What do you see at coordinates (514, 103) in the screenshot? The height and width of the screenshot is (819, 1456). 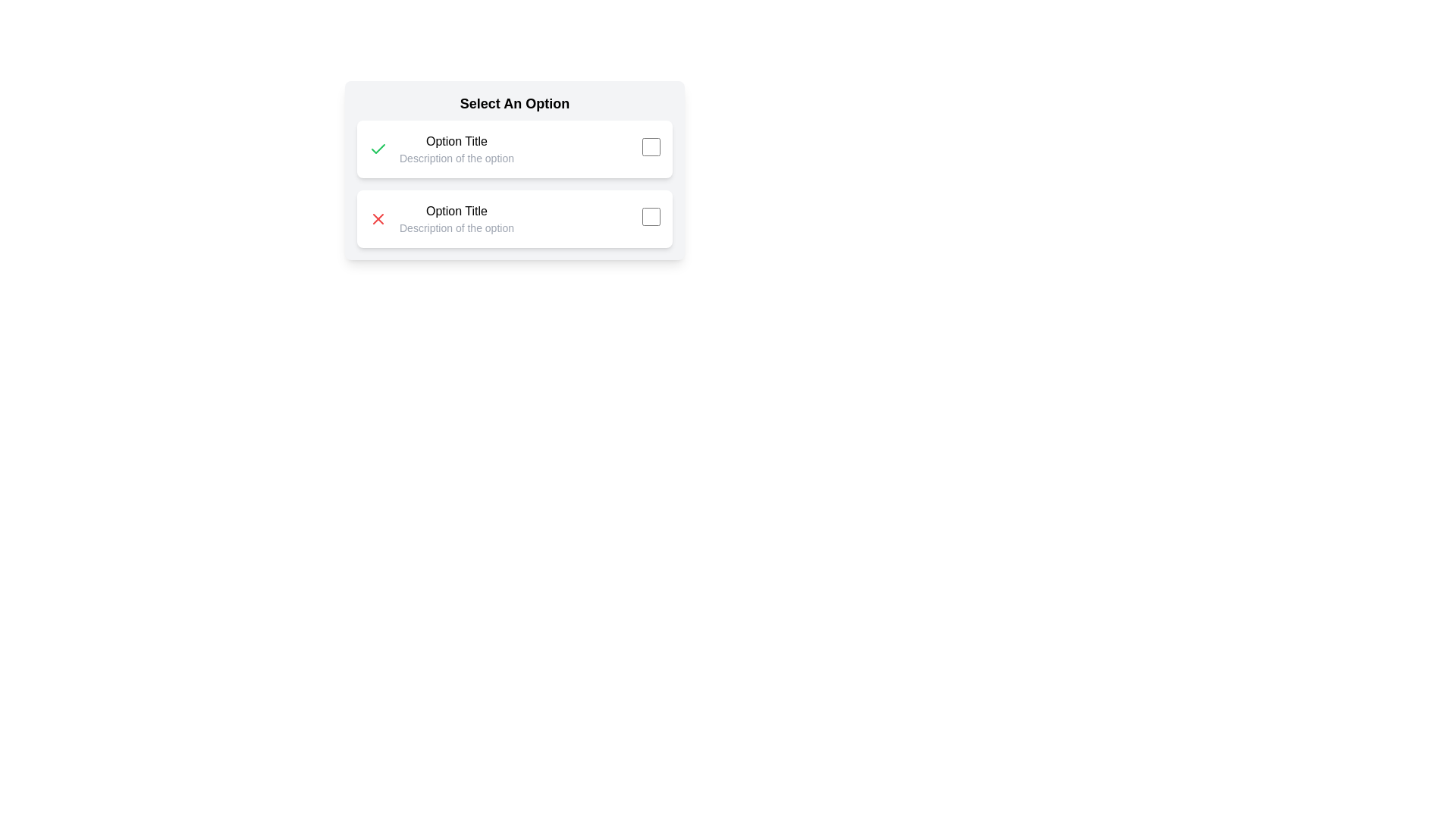 I see `the text label that says 'Select An Option', which is displayed in bold and larger font size, located at the top of the panel containing selectable items` at bounding box center [514, 103].